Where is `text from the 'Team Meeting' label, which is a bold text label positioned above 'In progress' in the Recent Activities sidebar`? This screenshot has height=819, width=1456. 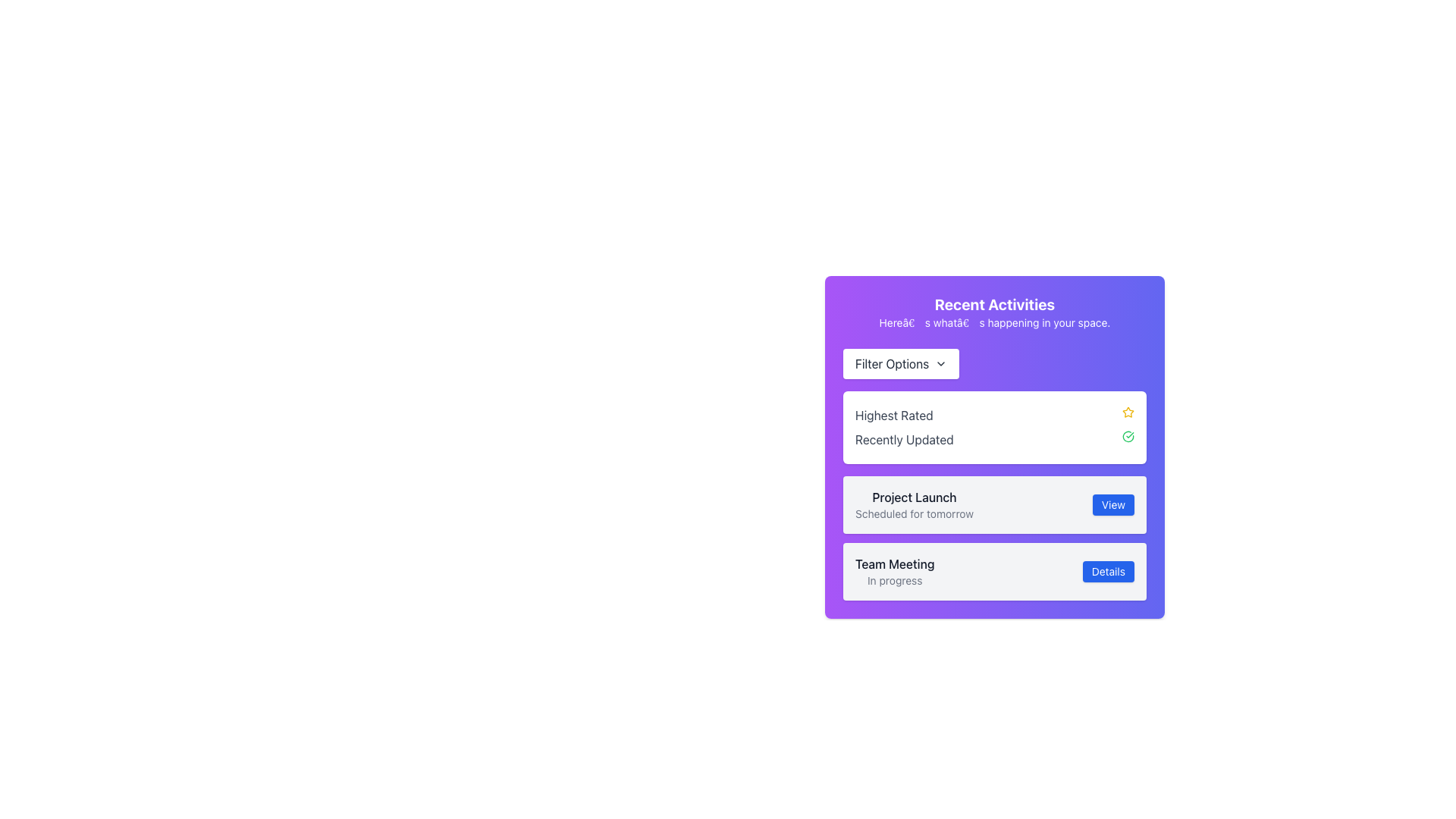
text from the 'Team Meeting' label, which is a bold text label positioned above 'In progress' in the Recent Activities sidebar is located at coordinates (895, 564).